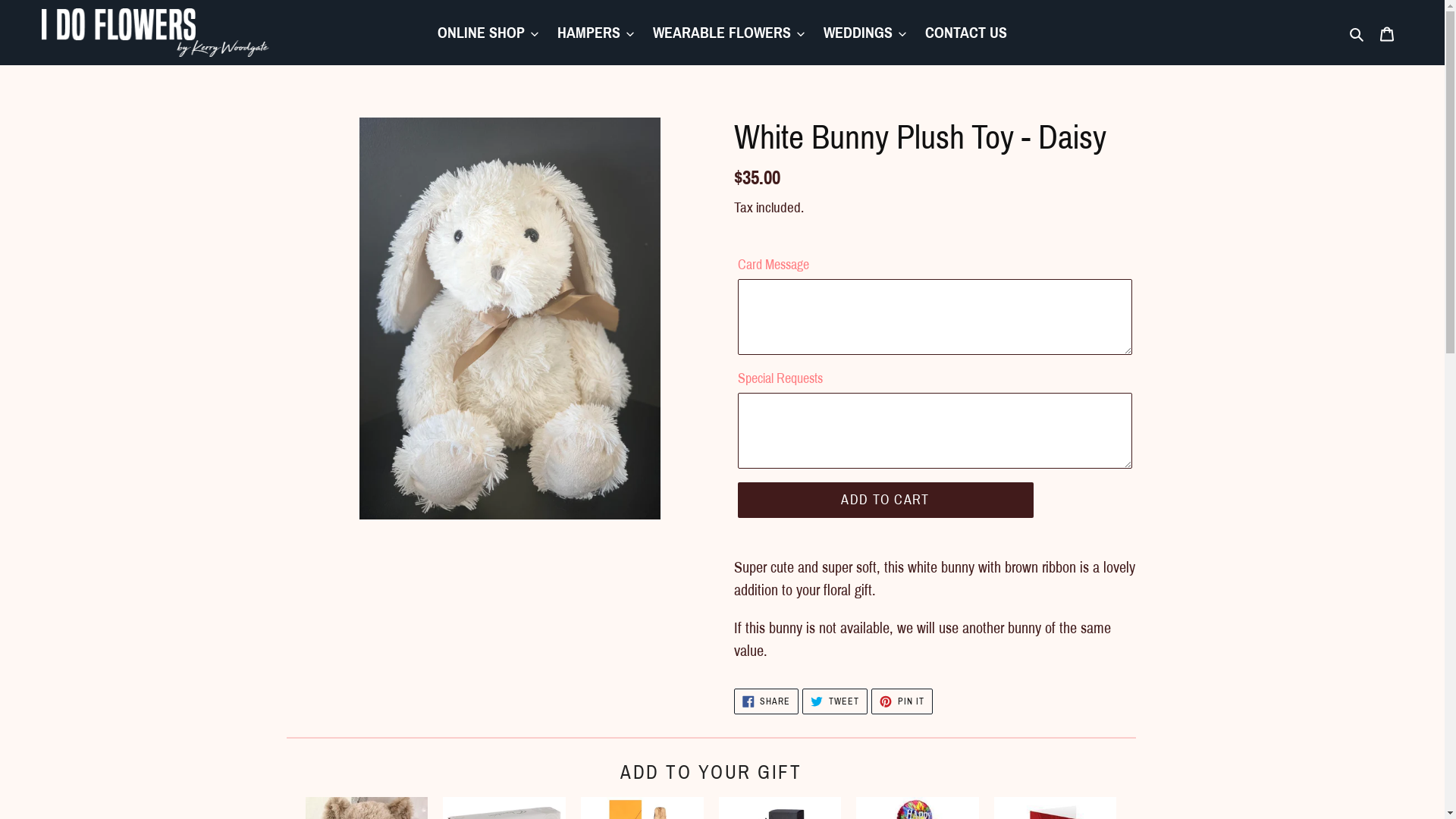 The height and width of the screenshot is (819, 1456). I want to click on 'CONTACT US', so click(965, 32).